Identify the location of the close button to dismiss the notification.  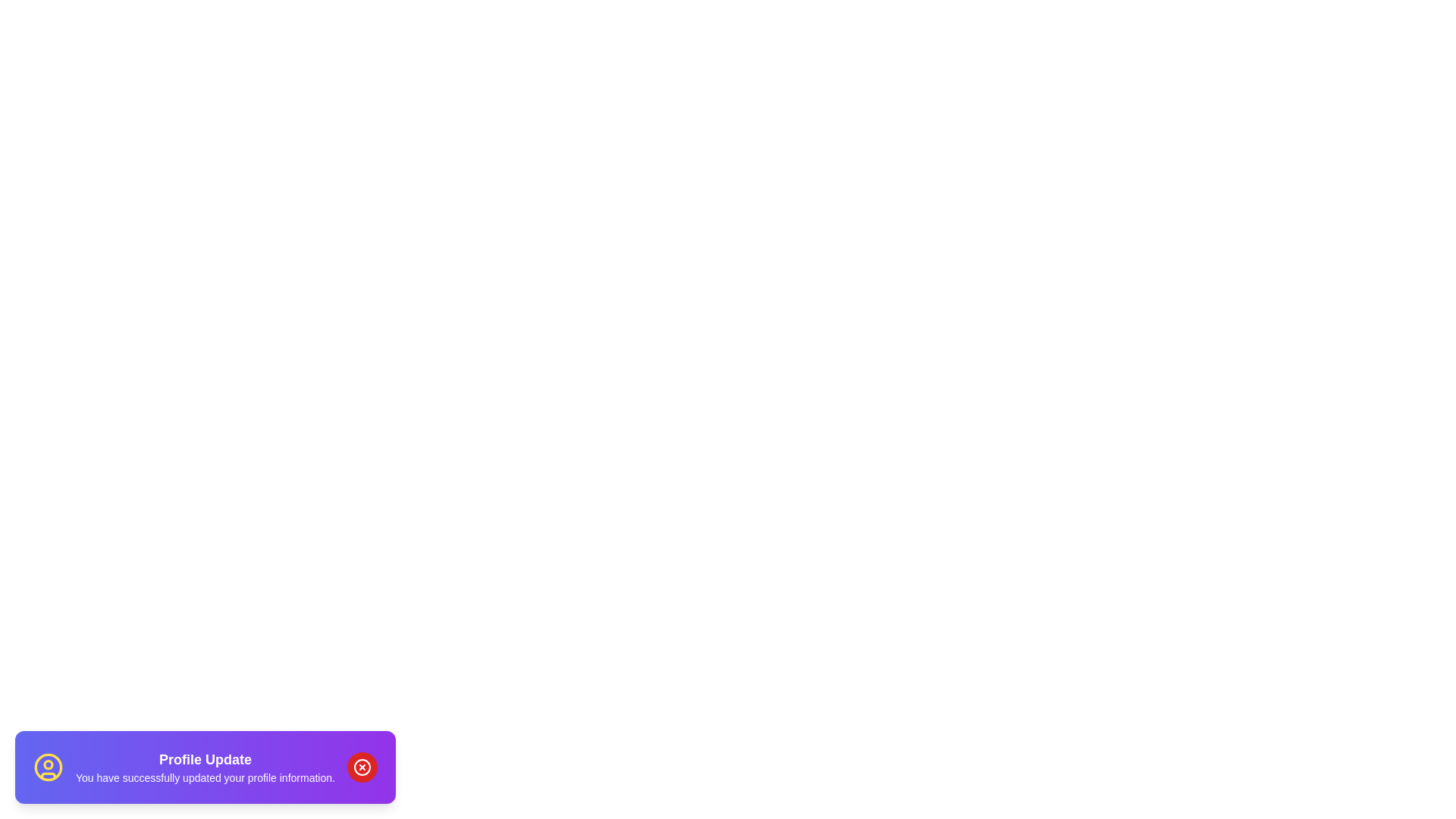
(361, 767).